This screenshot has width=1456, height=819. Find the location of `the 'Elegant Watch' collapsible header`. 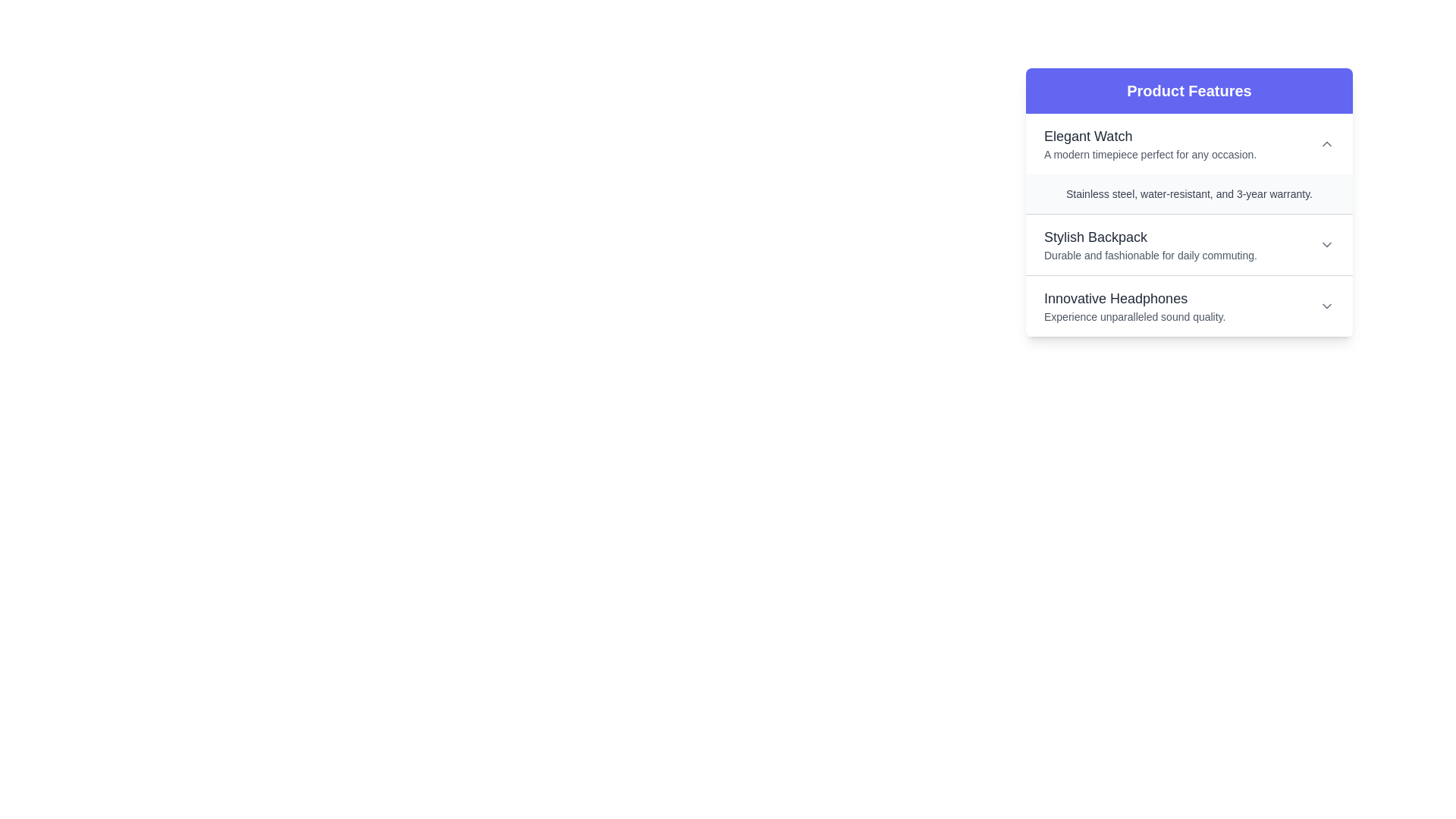

the 'Elegant Watch' collapsible header is located at coordinates (1188, 143).